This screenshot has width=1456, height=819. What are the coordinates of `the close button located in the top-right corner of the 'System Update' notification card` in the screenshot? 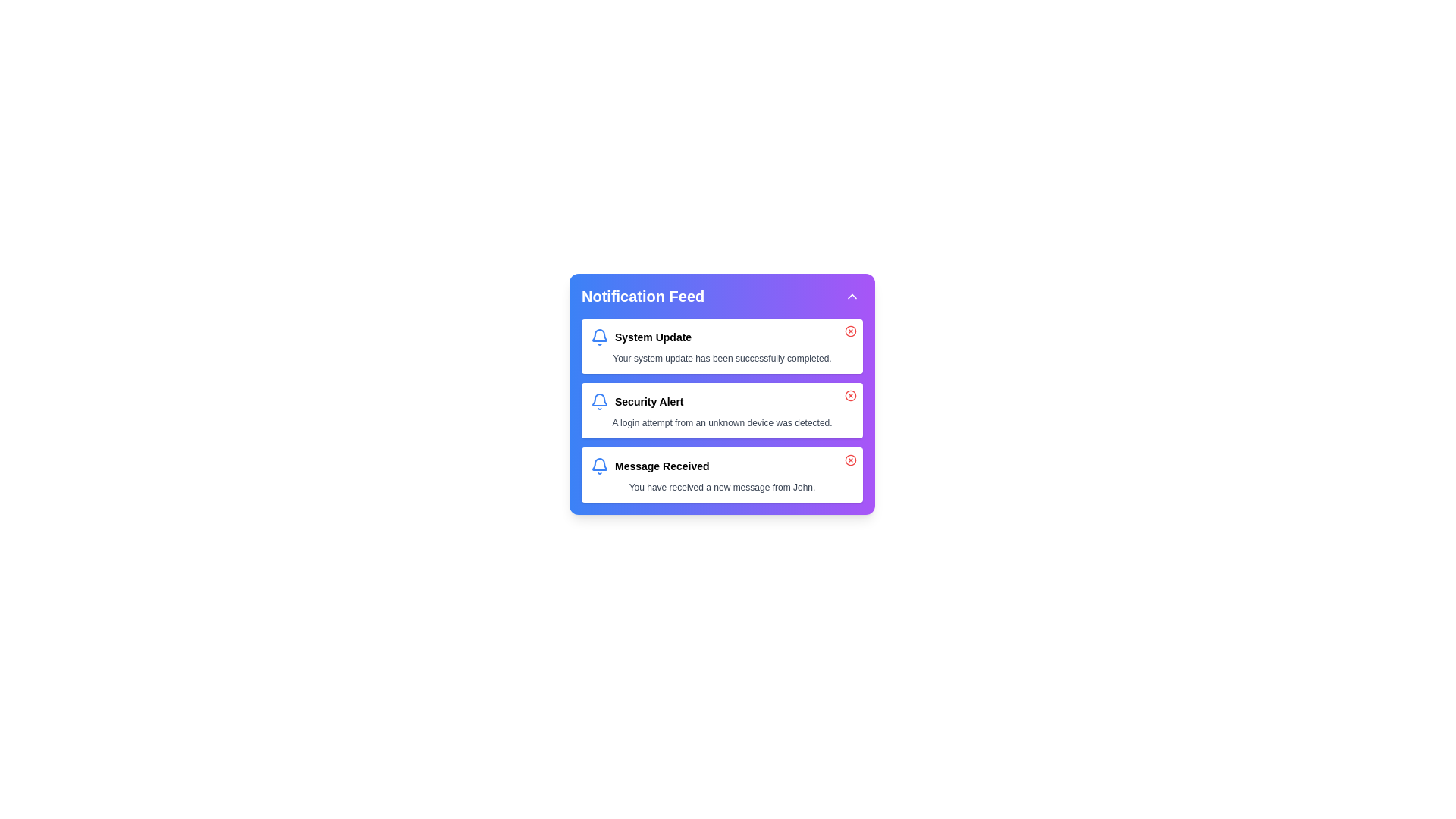 It's located at (851, 330).